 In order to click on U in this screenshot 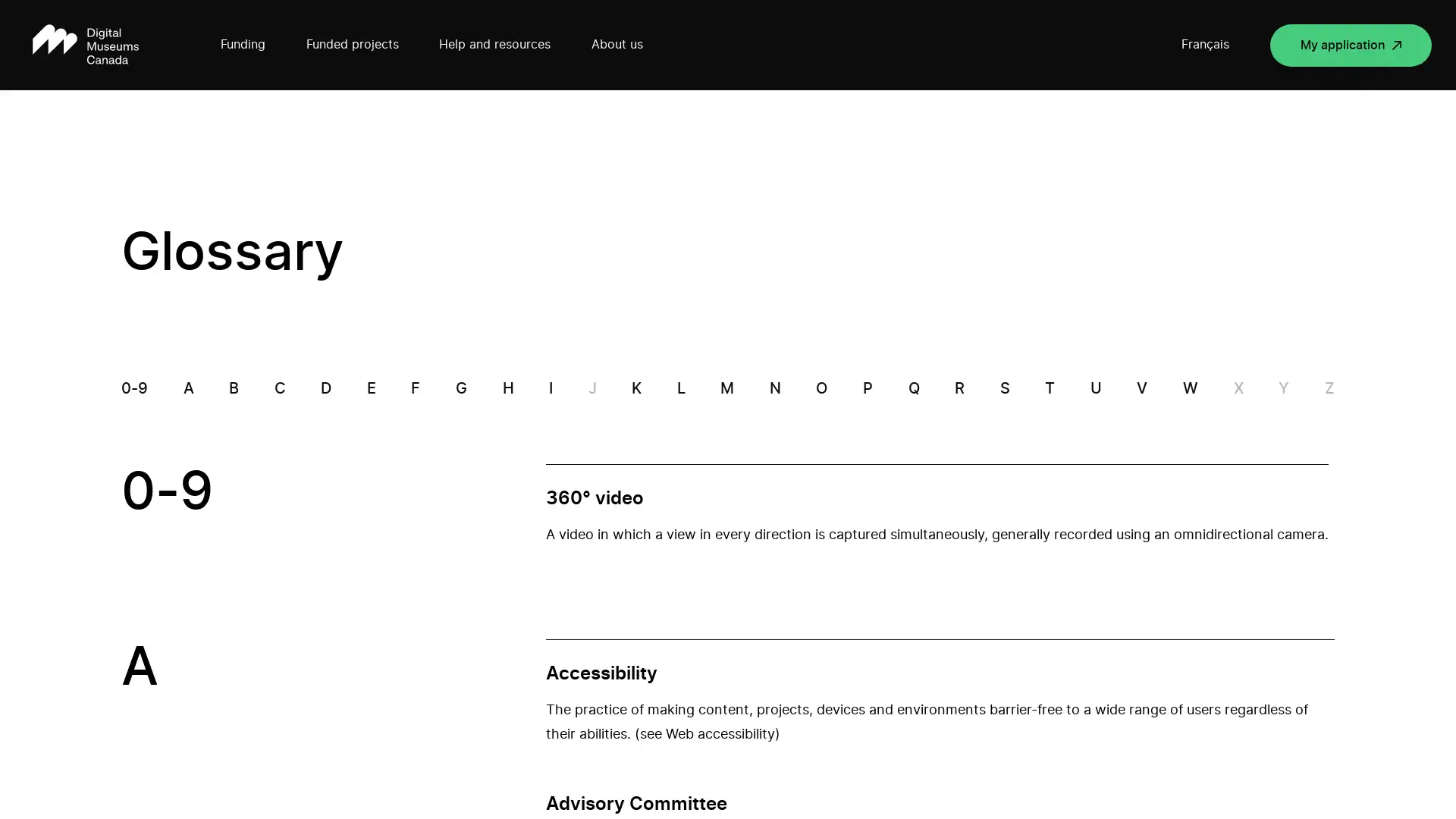, I will do `click(1095, 388)`.